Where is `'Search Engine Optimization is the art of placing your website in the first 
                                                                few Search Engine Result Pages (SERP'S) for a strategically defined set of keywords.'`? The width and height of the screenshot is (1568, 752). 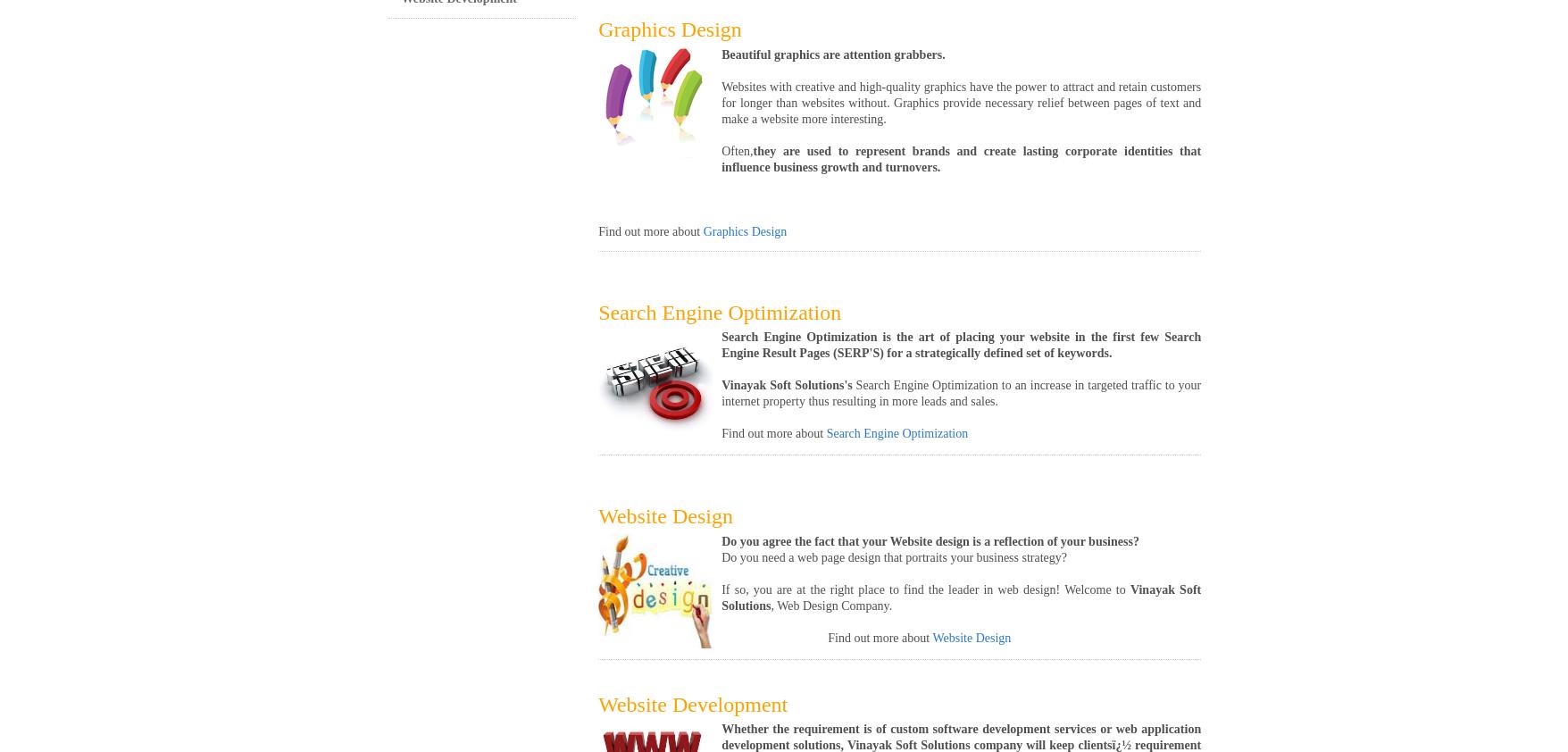
'Search Engine Optimization is the art of placing your website in the first 
                                                                few Search Engine Result Pages (SERP'S) for a strategically defined set of keywords.' is located at coordinates (720, 345).